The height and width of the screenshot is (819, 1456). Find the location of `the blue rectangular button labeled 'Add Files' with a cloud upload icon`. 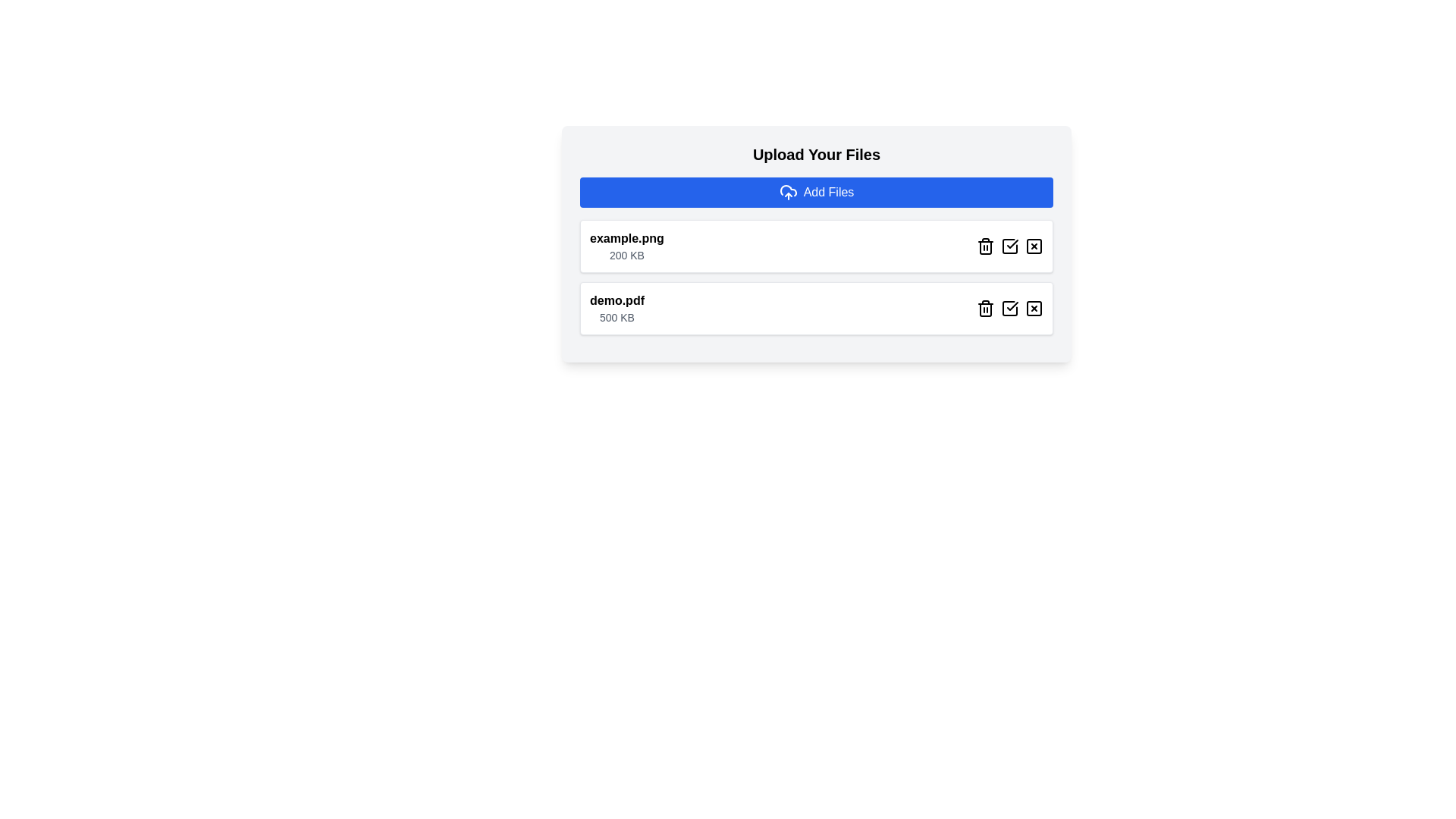

the blue rectangular button labeled 'Add Files' with a cloud upload icon is located at coordinates (815, 192).